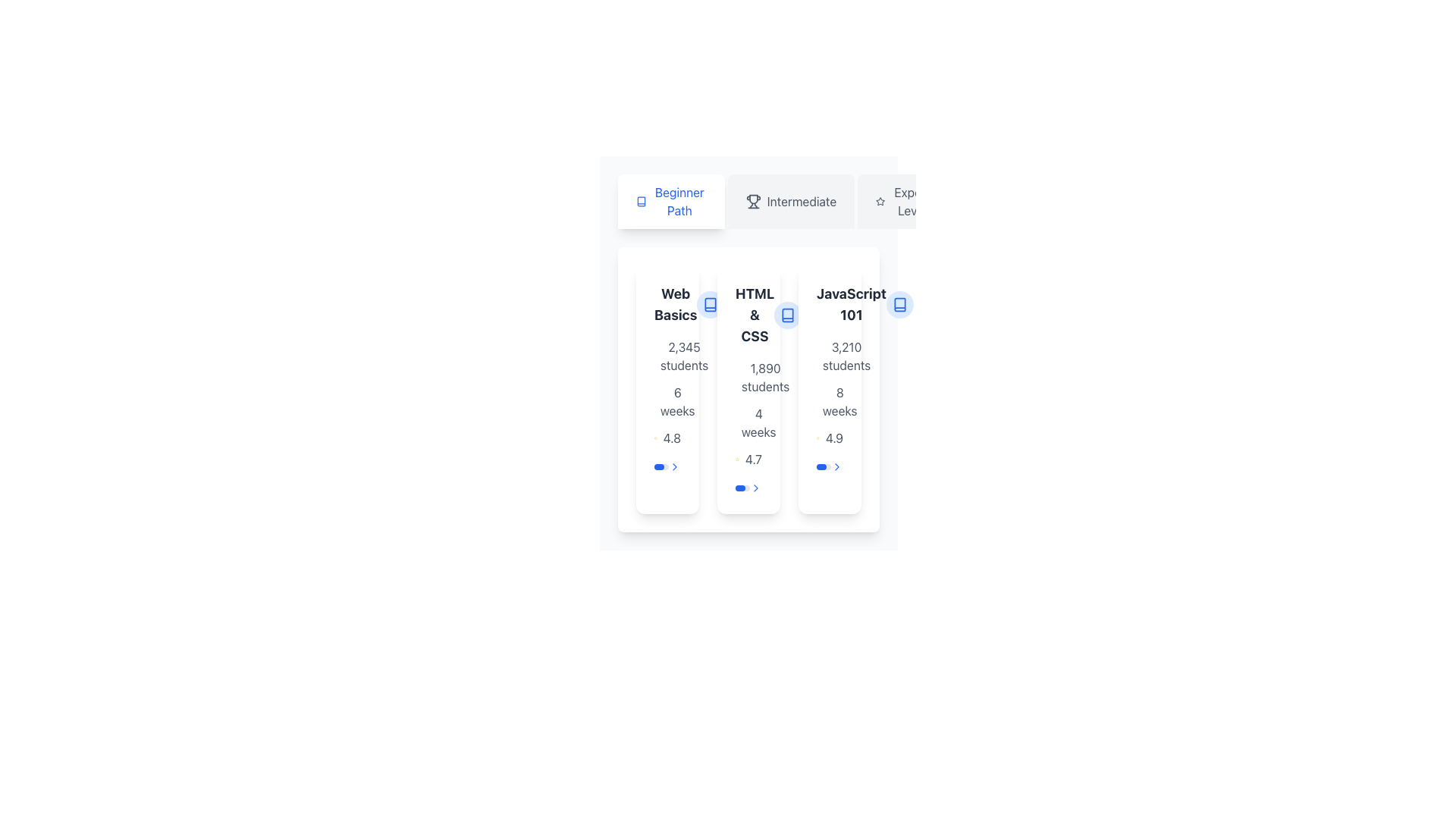  I want to click on the clickable icon located at the top-right corner of the 'JavaScript 101' course card, so click(899, 304).